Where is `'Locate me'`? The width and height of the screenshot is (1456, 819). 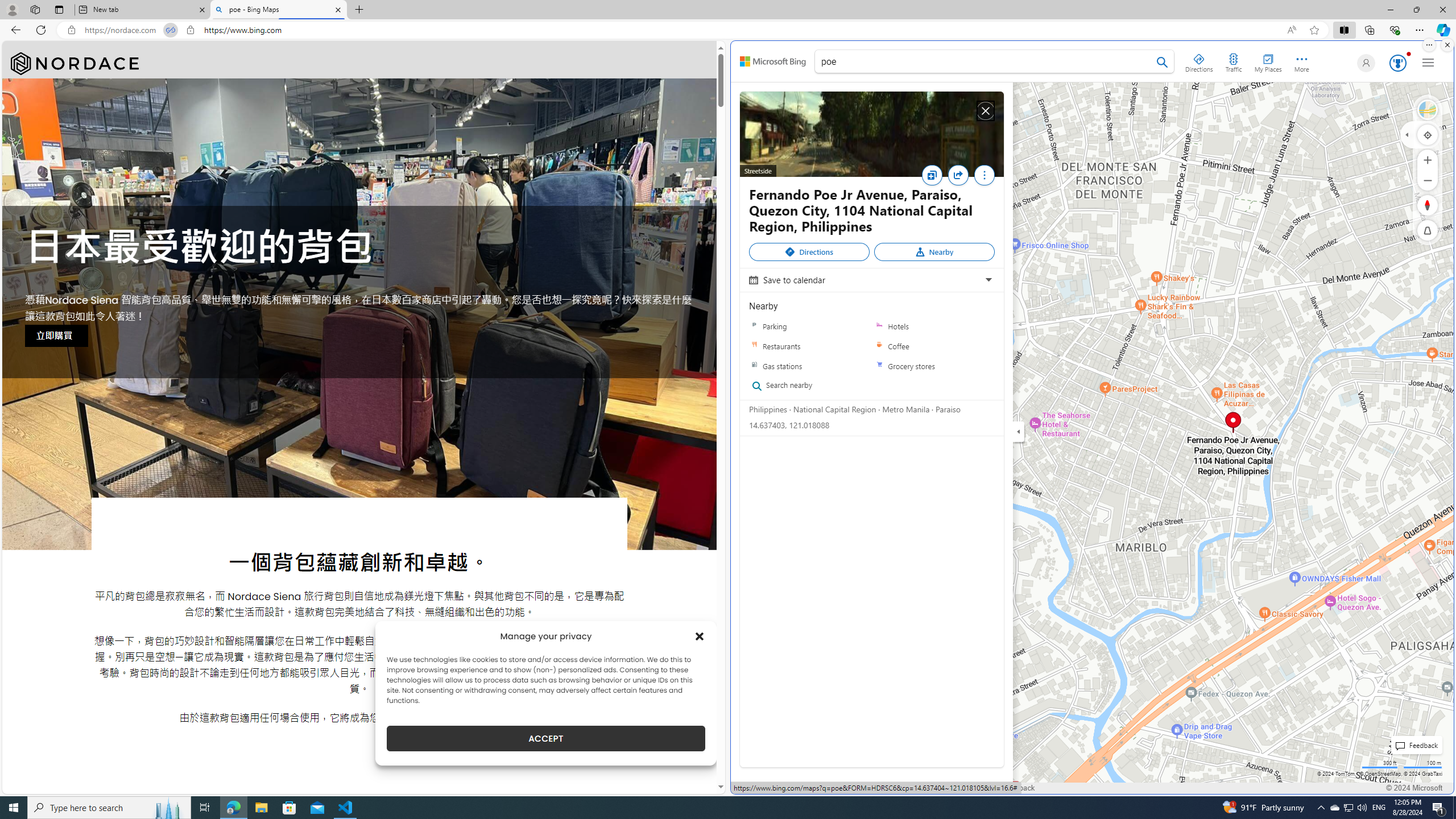 'Locate me' is located at coordinates (1428, 134).